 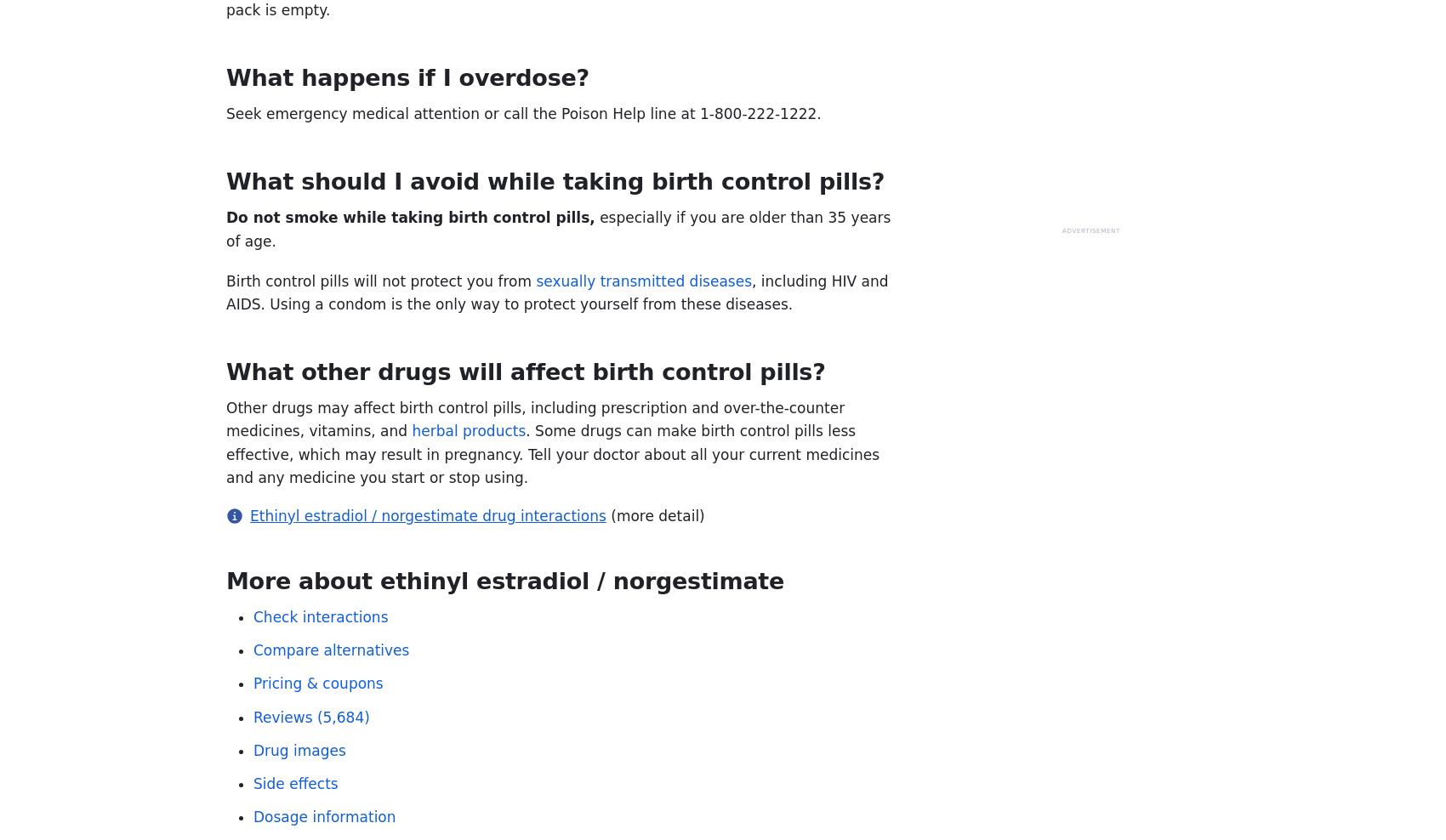 I want to click on 'Do not smoke while taking birth control pills,', so click(x=410, y=216).